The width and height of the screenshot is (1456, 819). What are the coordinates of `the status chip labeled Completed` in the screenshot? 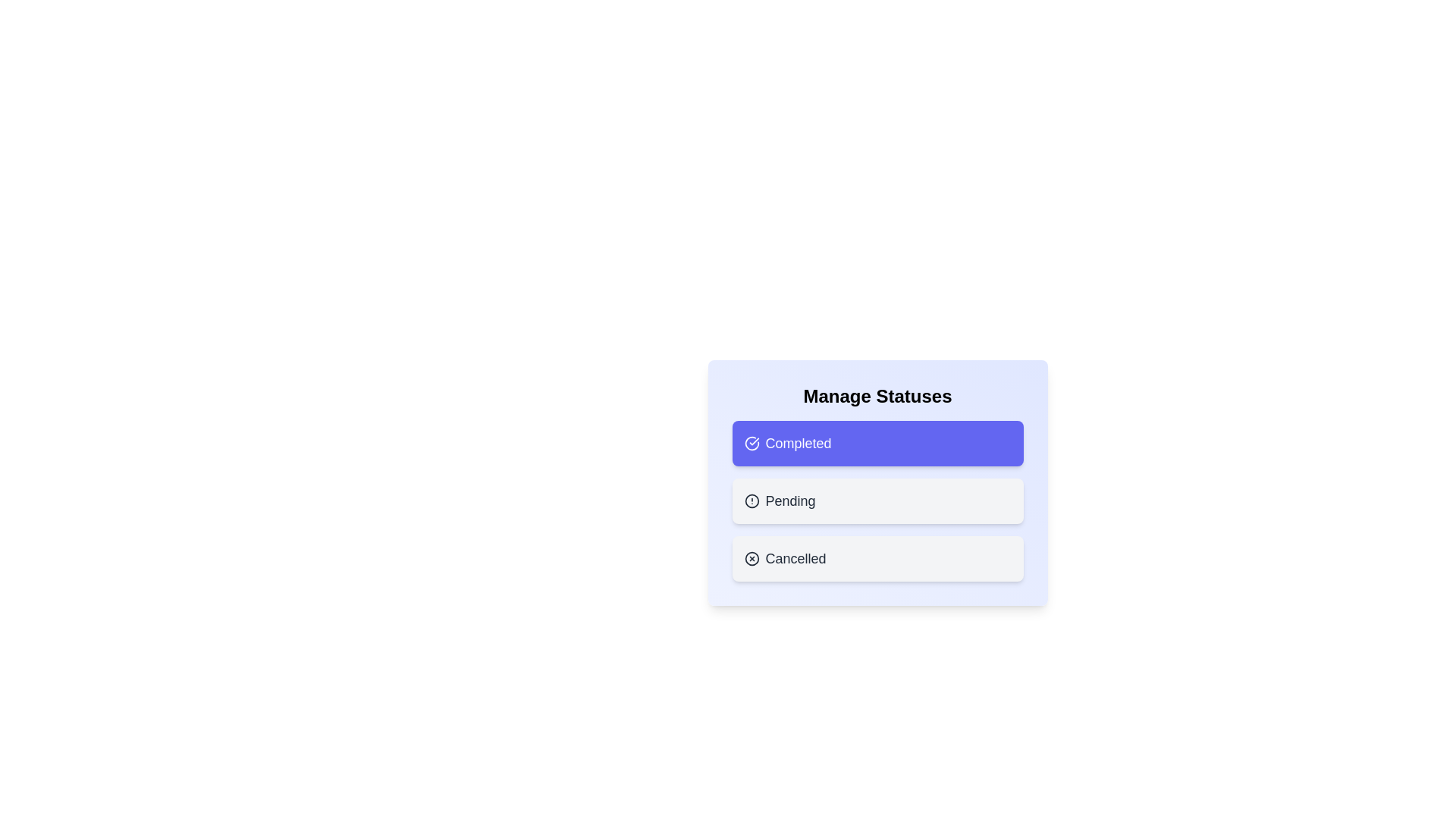 It's located at (877, 444).